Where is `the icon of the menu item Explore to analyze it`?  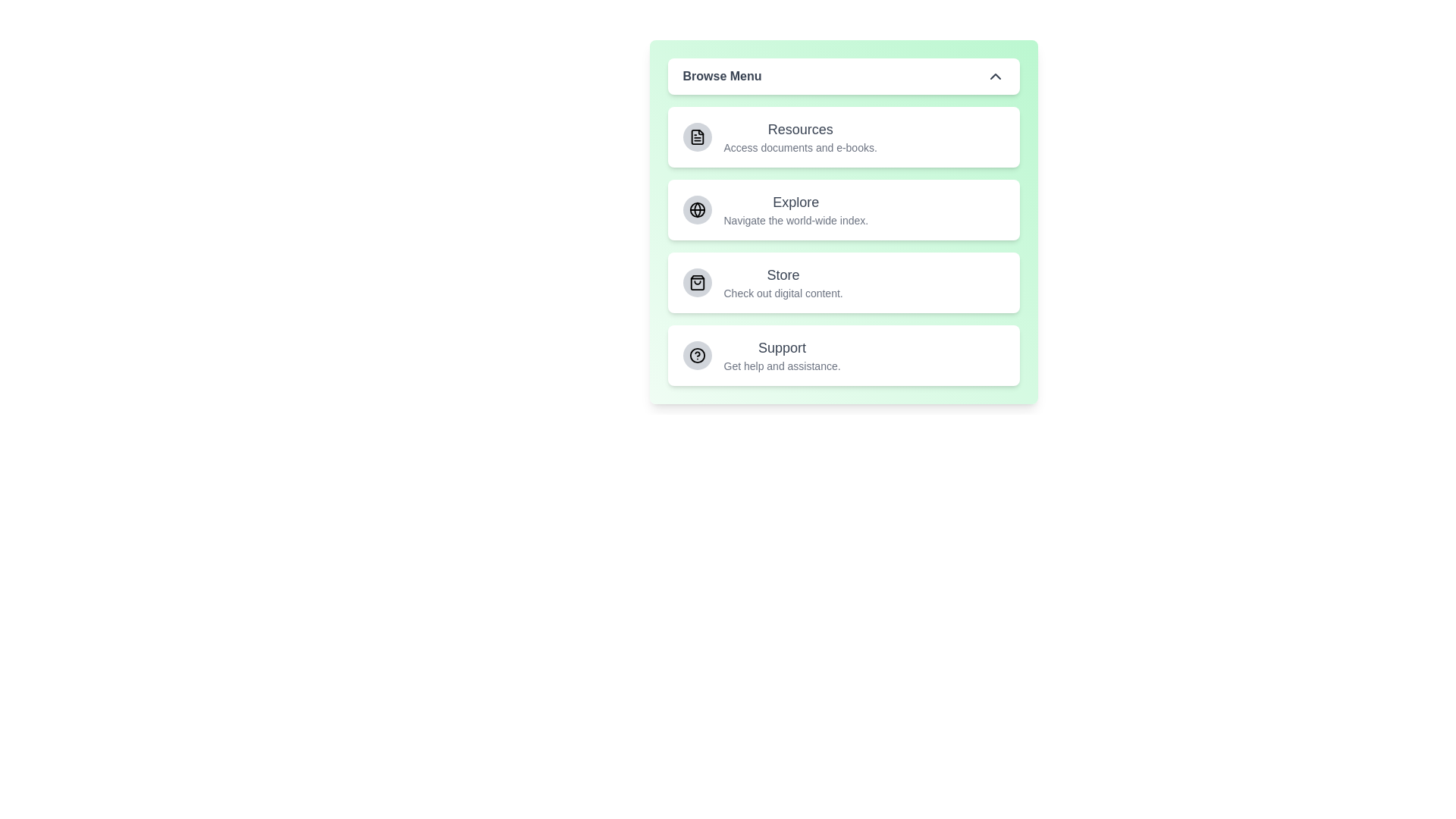
the icon of the menu item Explore to analyze it is located at coordinates (696, 210).